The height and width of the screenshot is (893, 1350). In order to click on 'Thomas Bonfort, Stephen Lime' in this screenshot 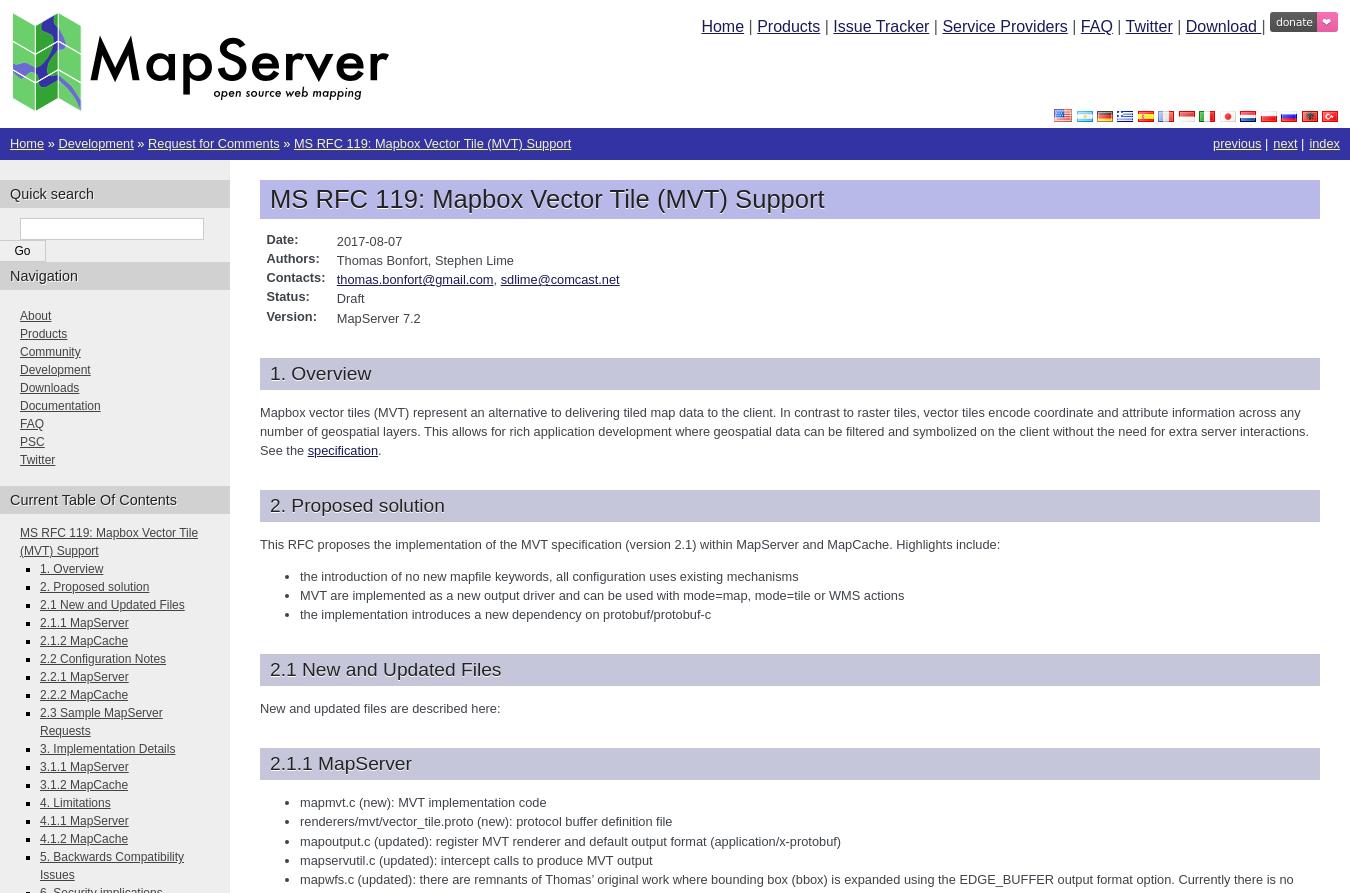, I will do `click(424, 258)`.